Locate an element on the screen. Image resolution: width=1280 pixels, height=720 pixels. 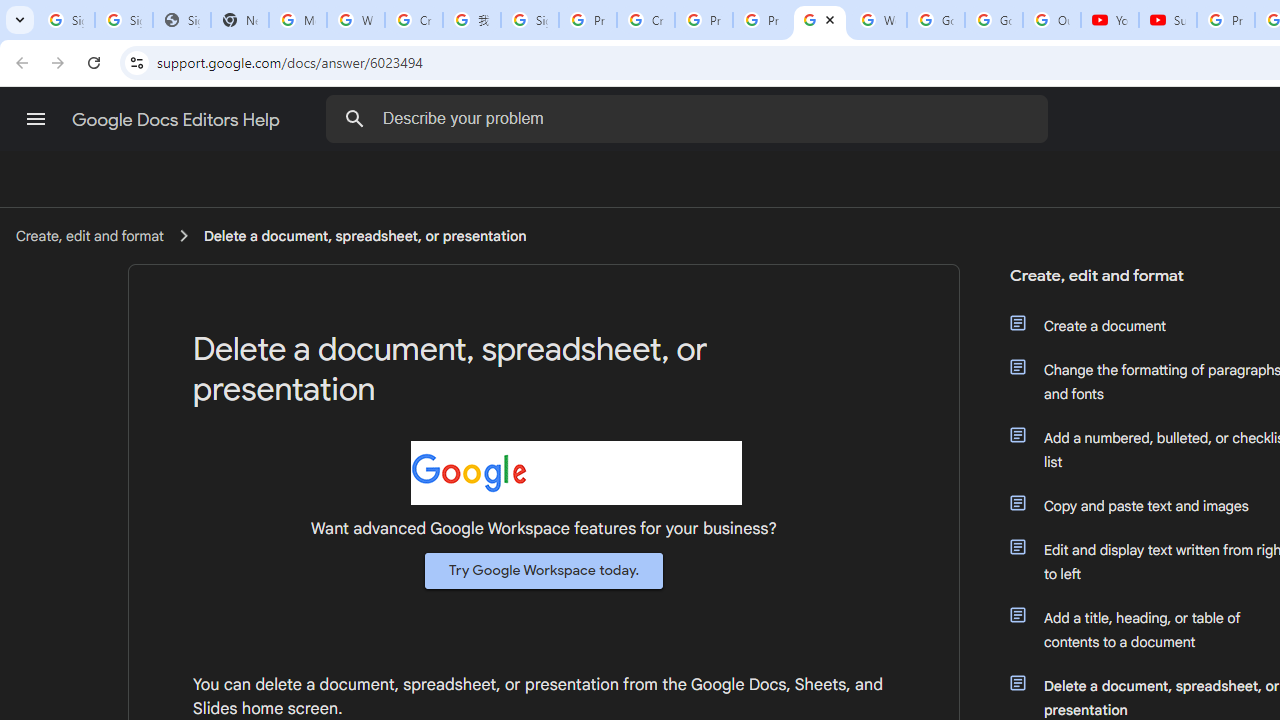
'Google Docs Editors Help' is located at coordinates (177, 119).